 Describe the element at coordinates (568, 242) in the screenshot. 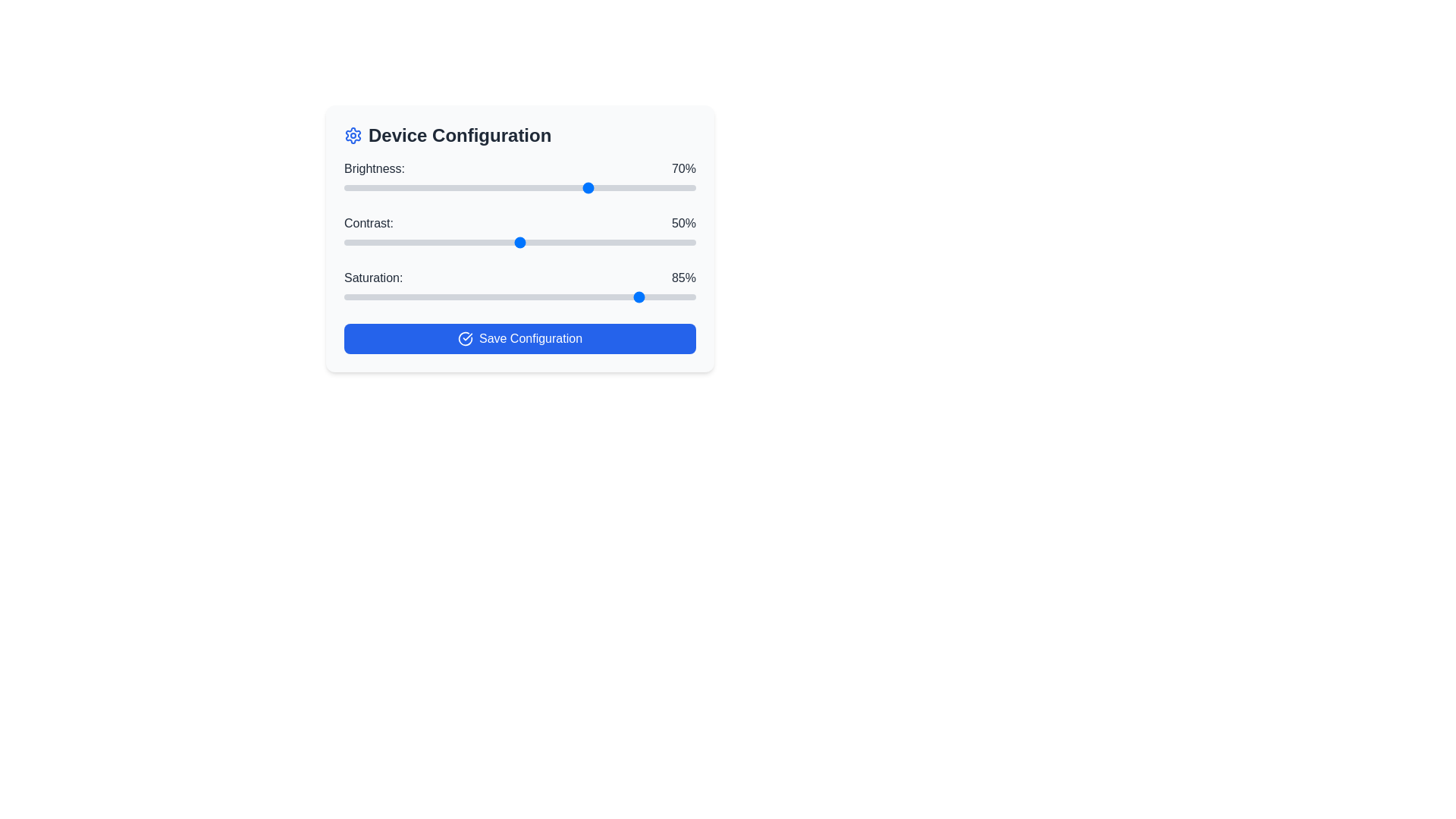

I see `the contrast` at that location.